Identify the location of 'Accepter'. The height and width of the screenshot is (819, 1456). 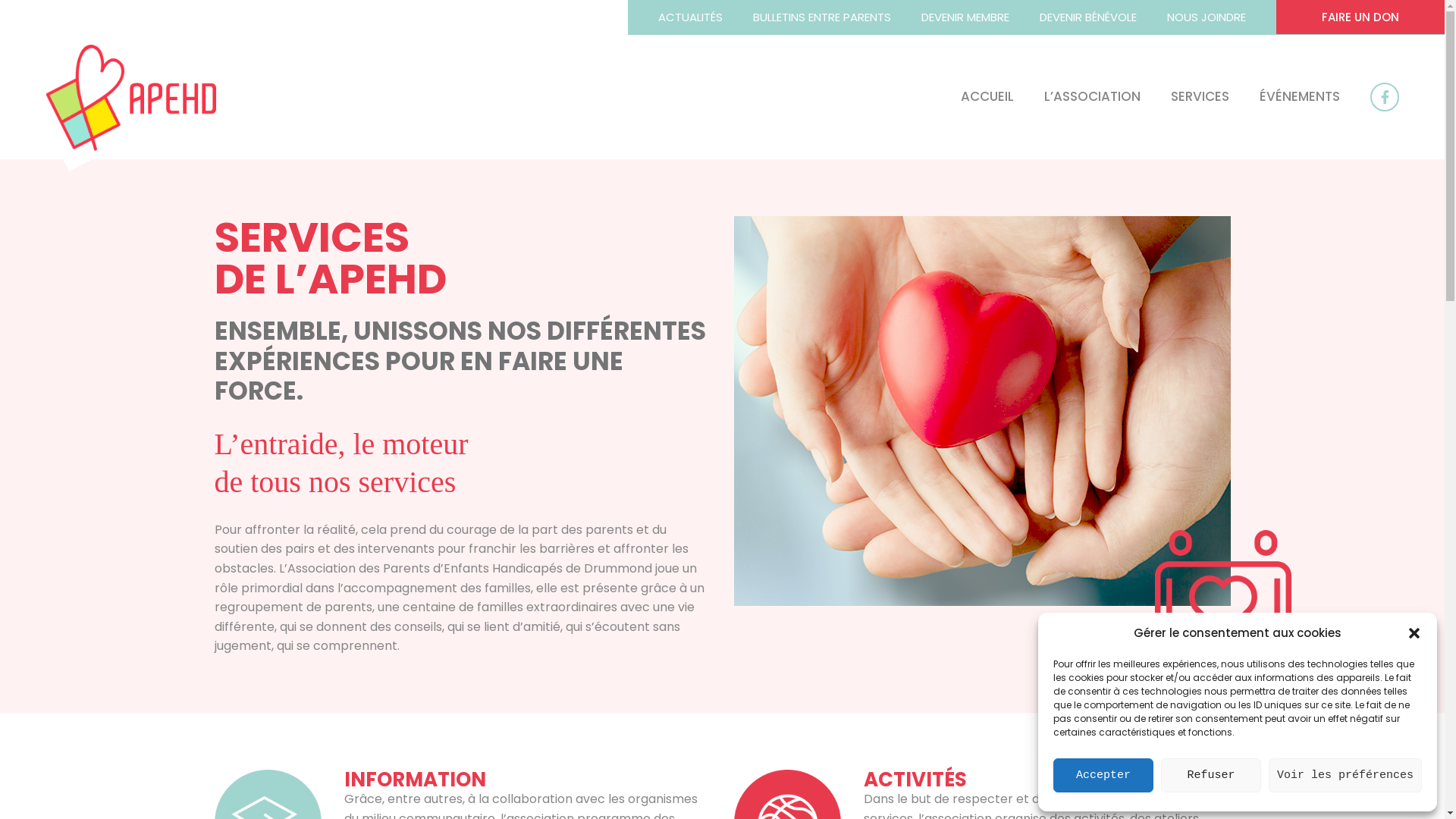
(1103, 775).